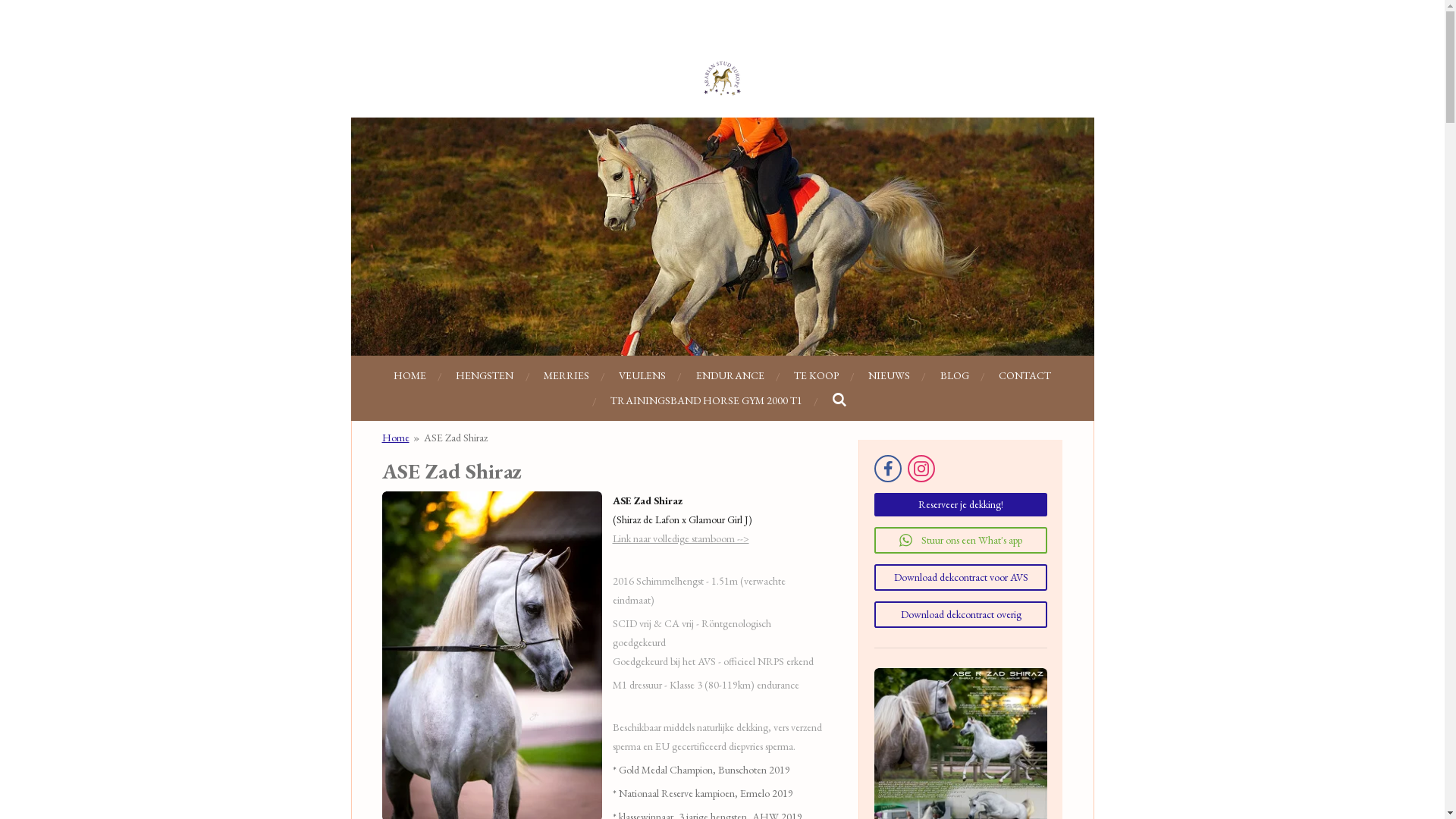 This screenshot has width=1456, height=819. Describe the element at coordinates (396, 438) in the screenshot. I see `'Home'` at that location.